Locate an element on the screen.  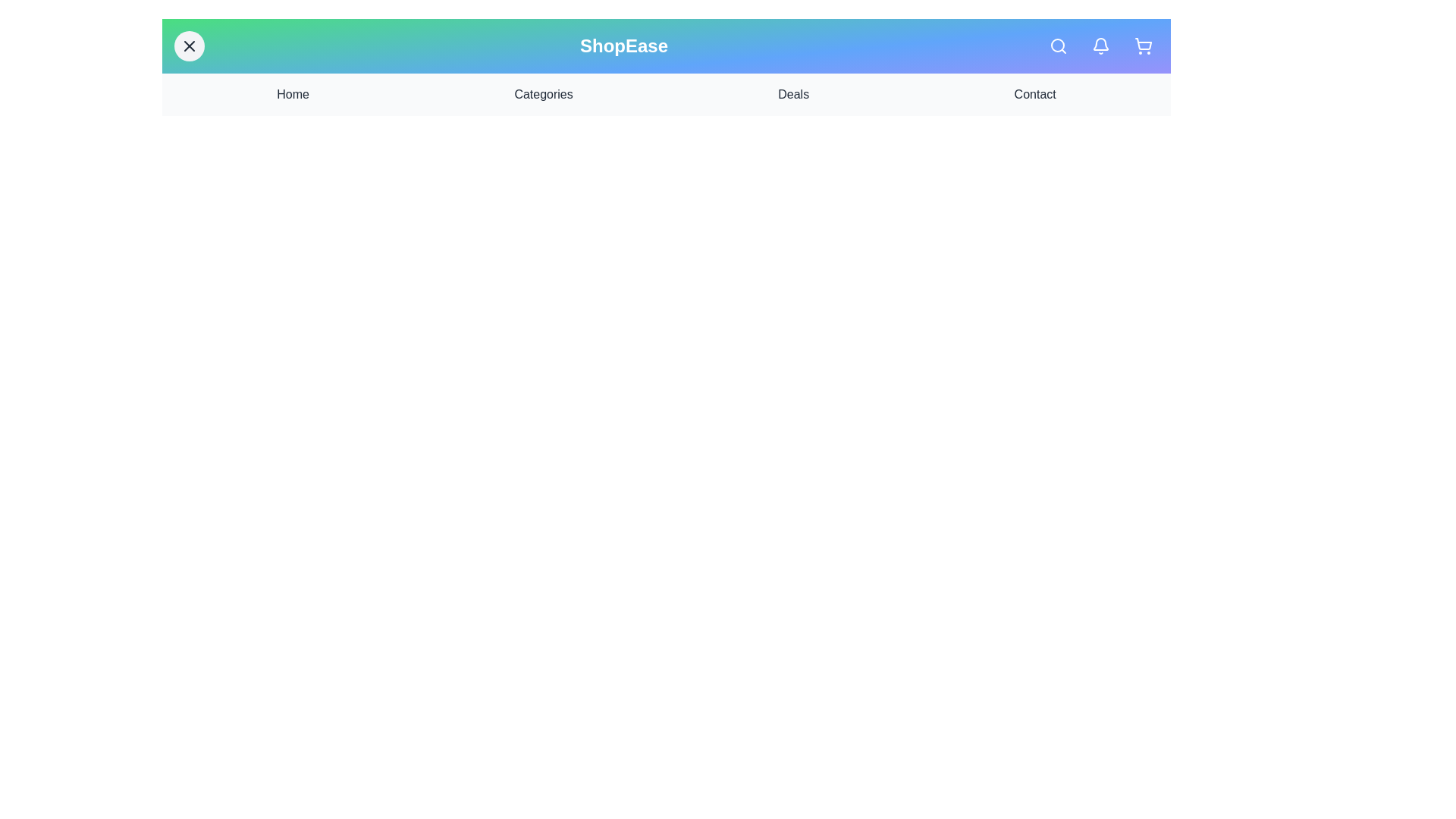
the navigation link Deals is located at coordinates (792, 94).